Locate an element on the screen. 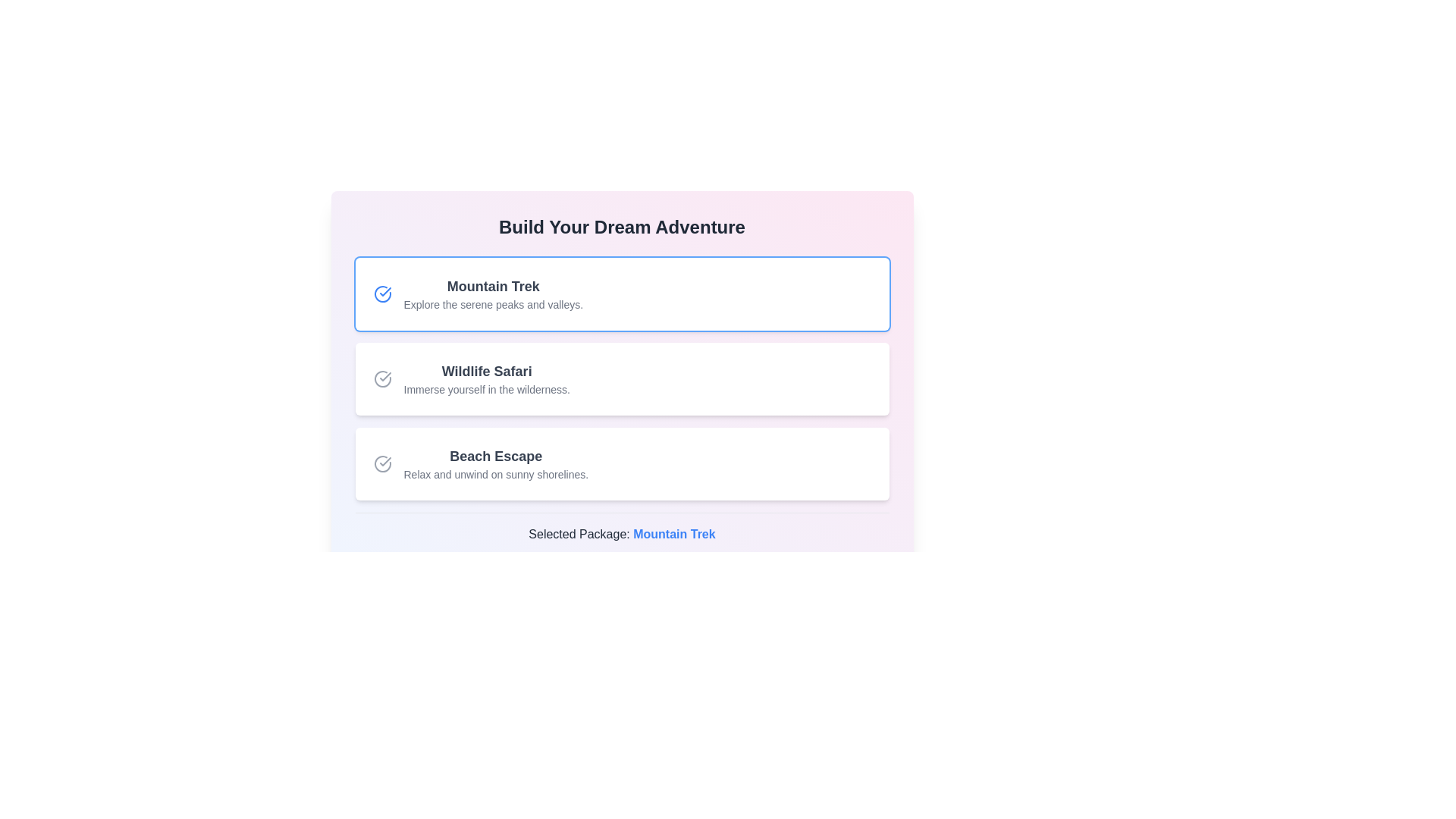 The width and height of the screenshot is (1456, 819). the circular SVG icon with a checkmark symbol, located in the top-left corner of the 'Wildlife Safari' card, which serves as a visual indicator for the associated text content is located at coordinates (382, 378).